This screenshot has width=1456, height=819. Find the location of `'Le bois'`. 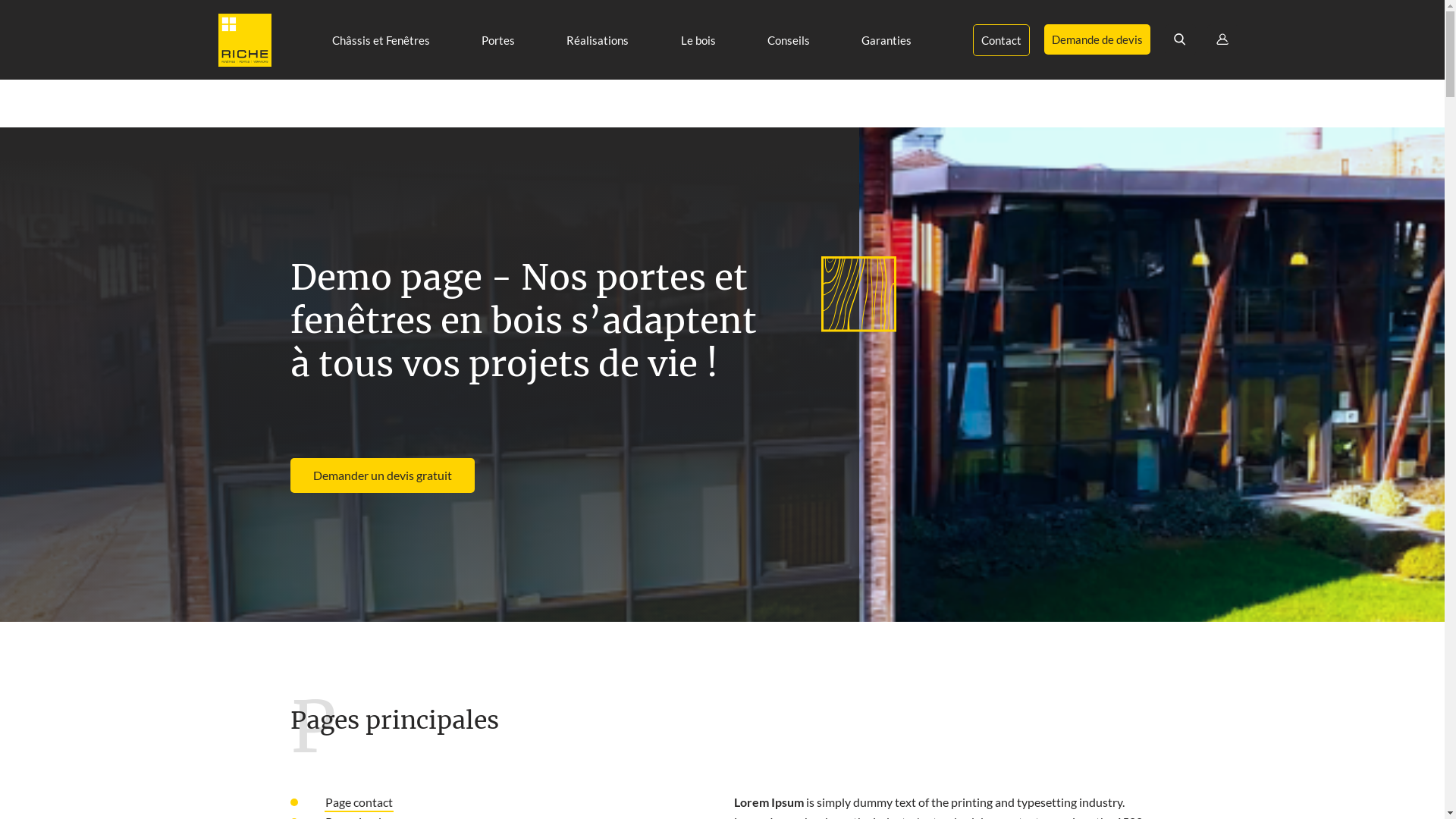

'Le bois' is located at coordinates (698, 39).